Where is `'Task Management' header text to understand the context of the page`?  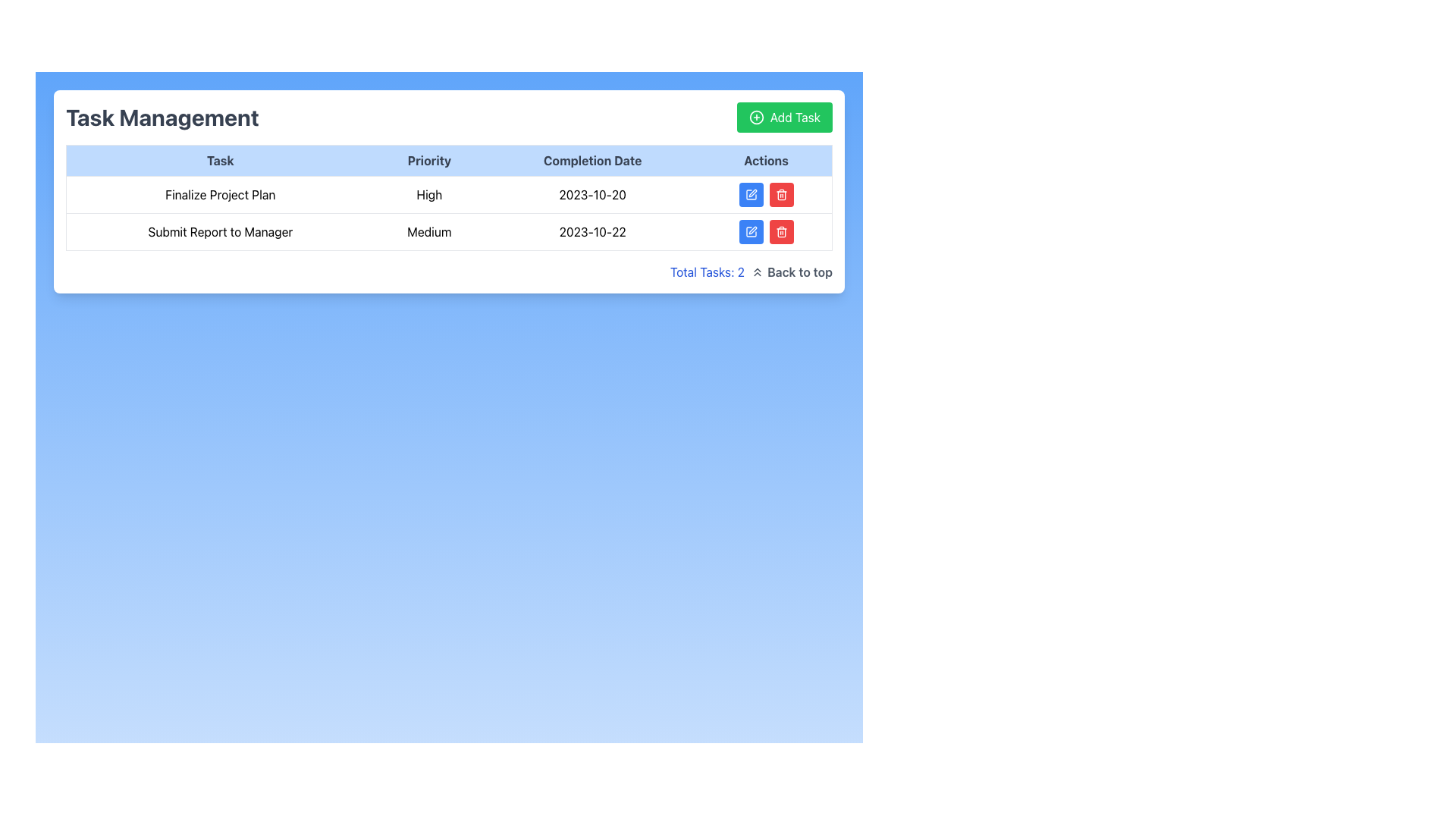 'Task Management' header text to understand the context of the page is located at coordinates (162, 116).